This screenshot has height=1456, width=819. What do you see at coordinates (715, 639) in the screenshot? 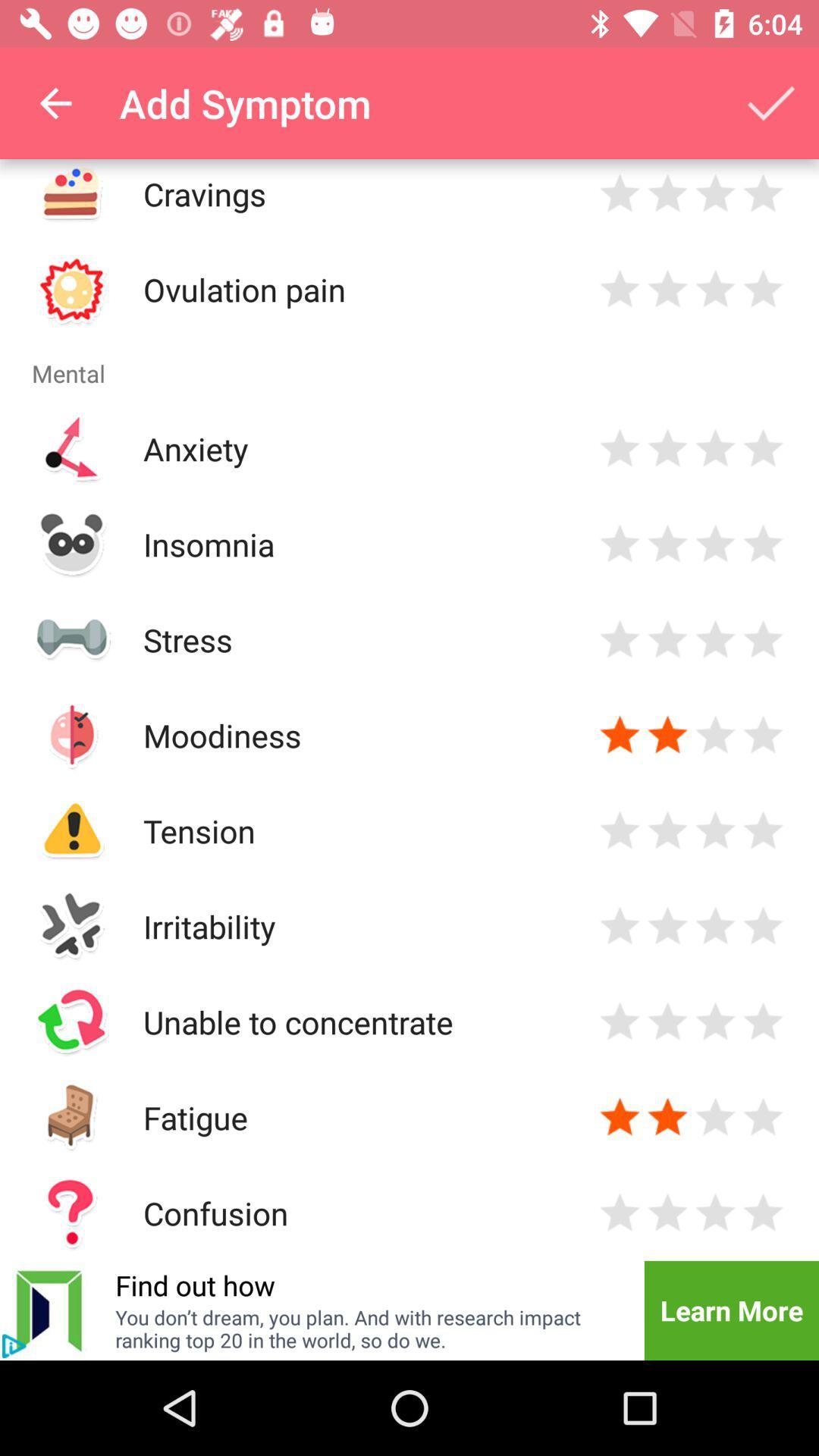
I see `rate by star` at bounding box center [715, 639].